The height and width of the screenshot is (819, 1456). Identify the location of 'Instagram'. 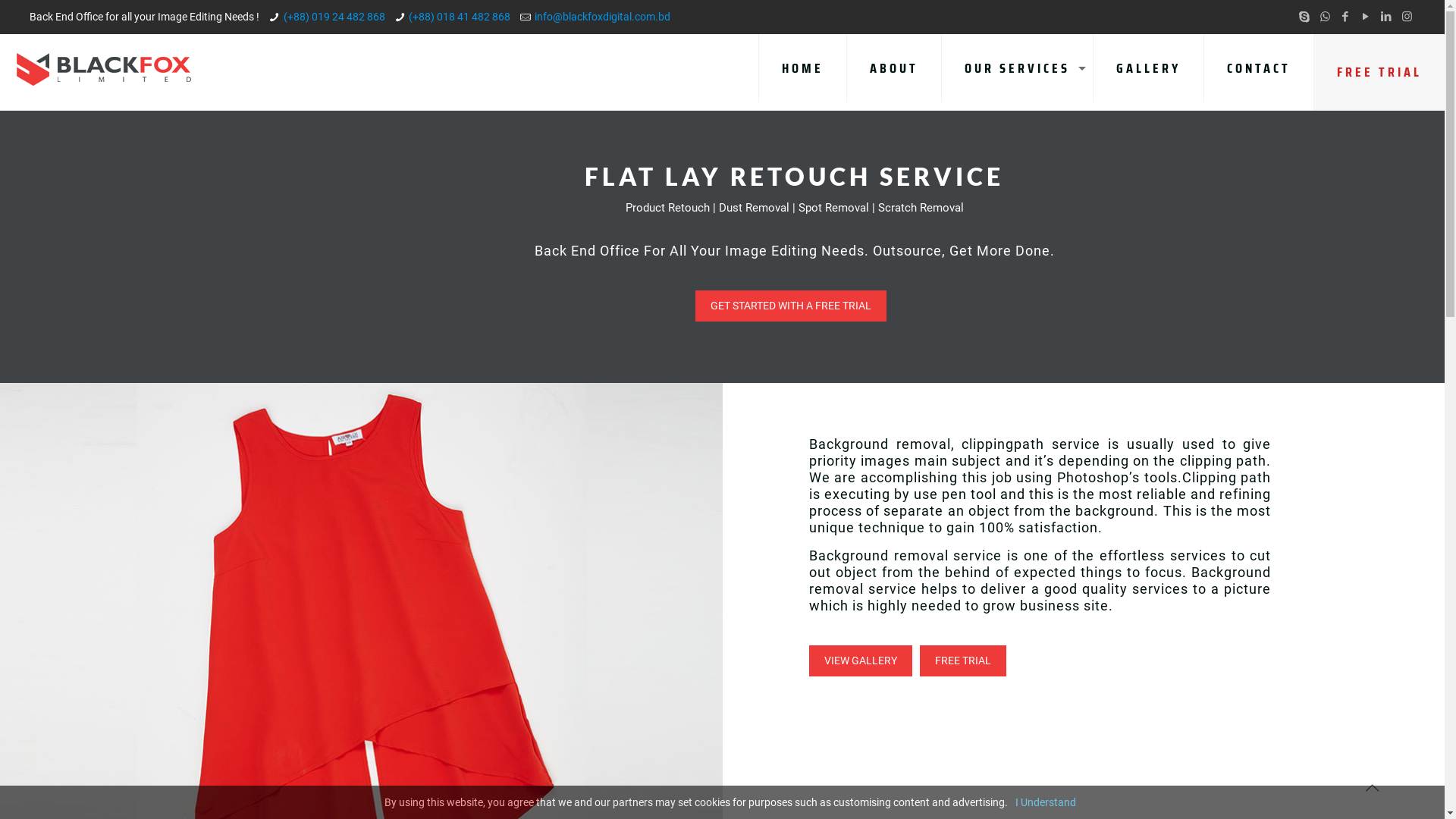
(1406, 17).